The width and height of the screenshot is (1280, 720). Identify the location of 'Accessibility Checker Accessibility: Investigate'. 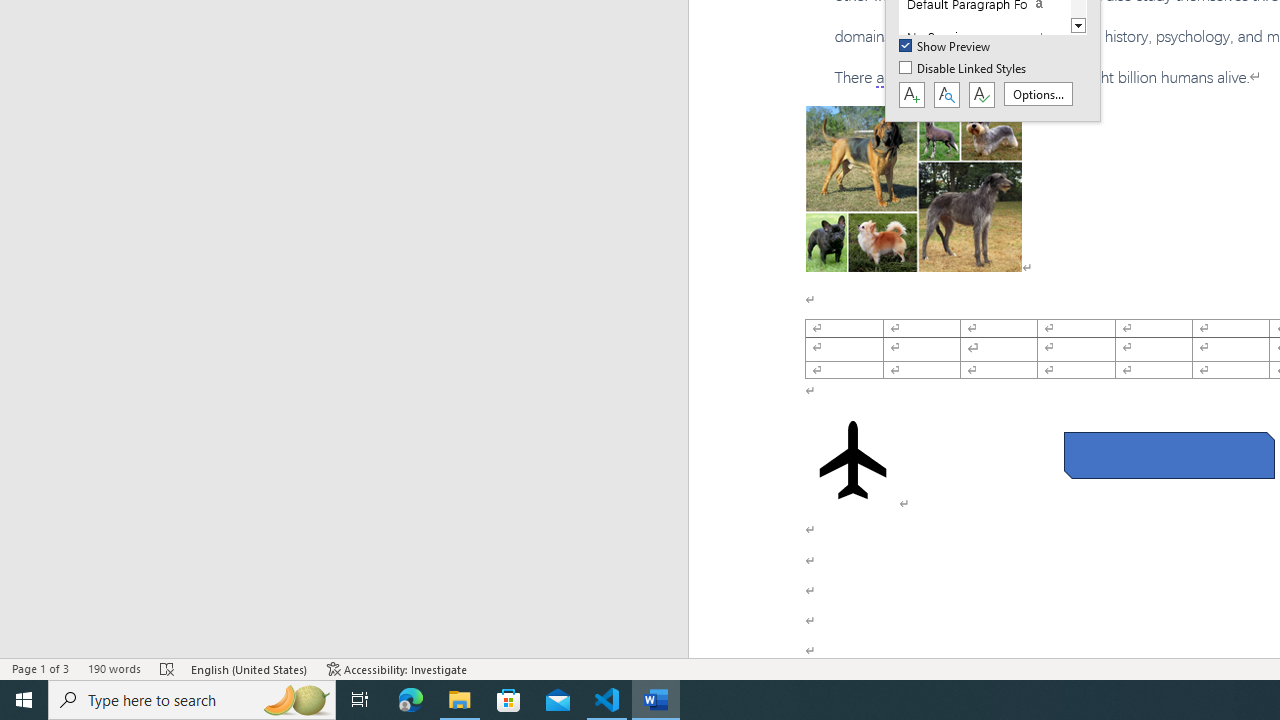
(397, 669).